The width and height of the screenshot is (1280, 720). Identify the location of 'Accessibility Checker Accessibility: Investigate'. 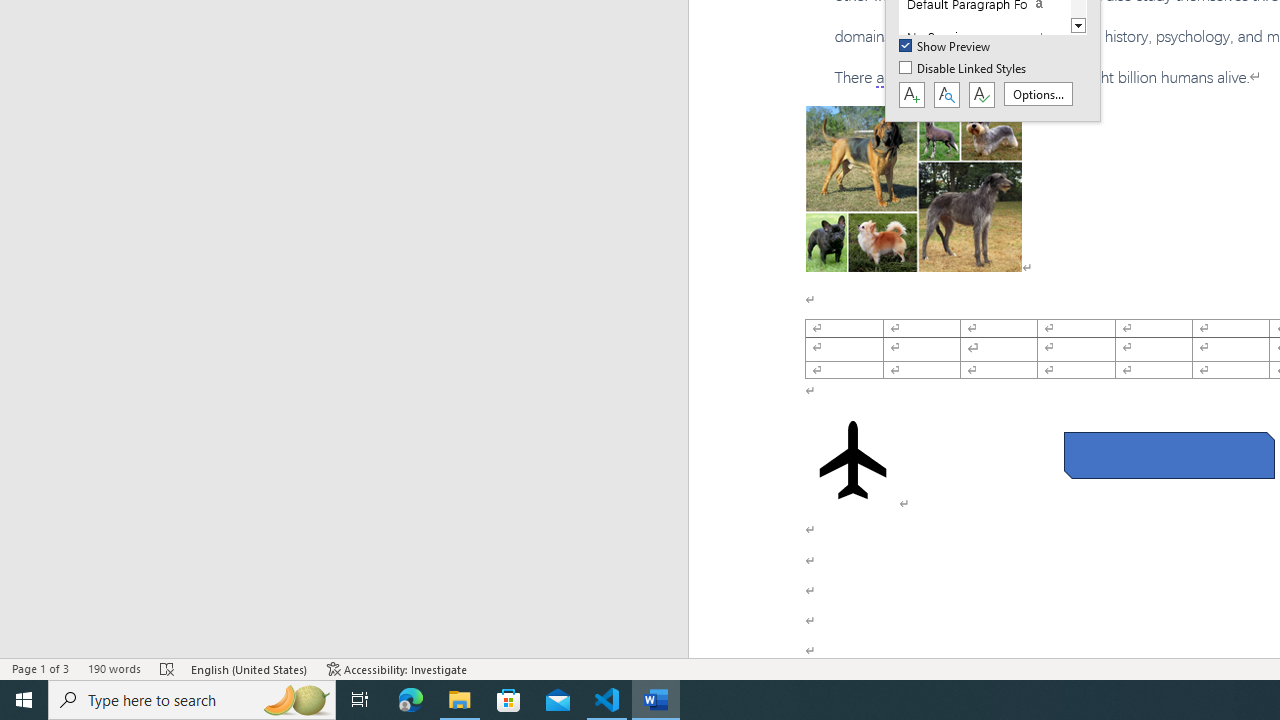
(397, 669).